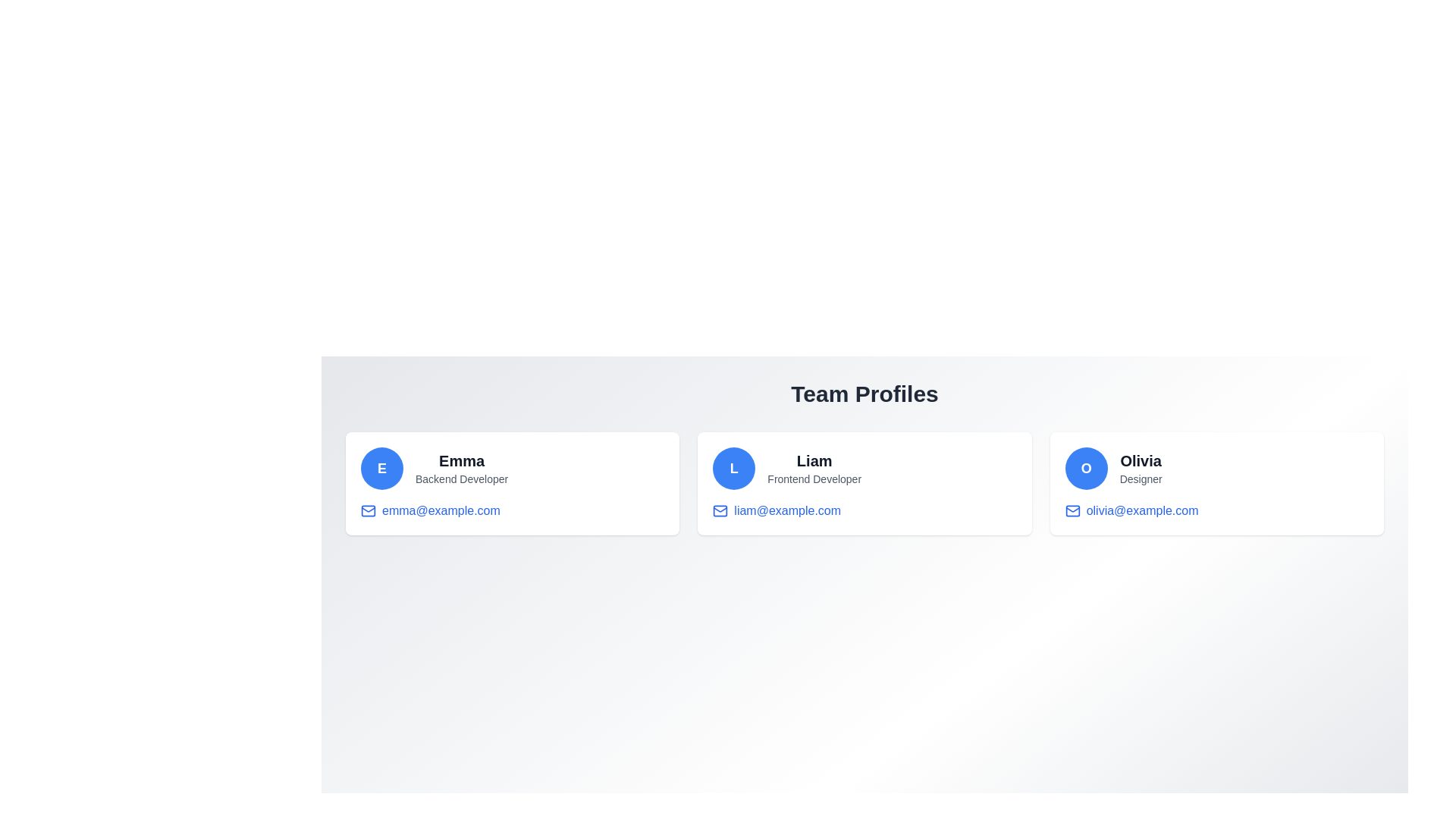 Image resolution: width=1456 pixels, height=819 pixels. Describe the element at coordinates (1142, 511) in the screenshot. I see `the email address of team member Olivia, displayed below her name and role` at that location.